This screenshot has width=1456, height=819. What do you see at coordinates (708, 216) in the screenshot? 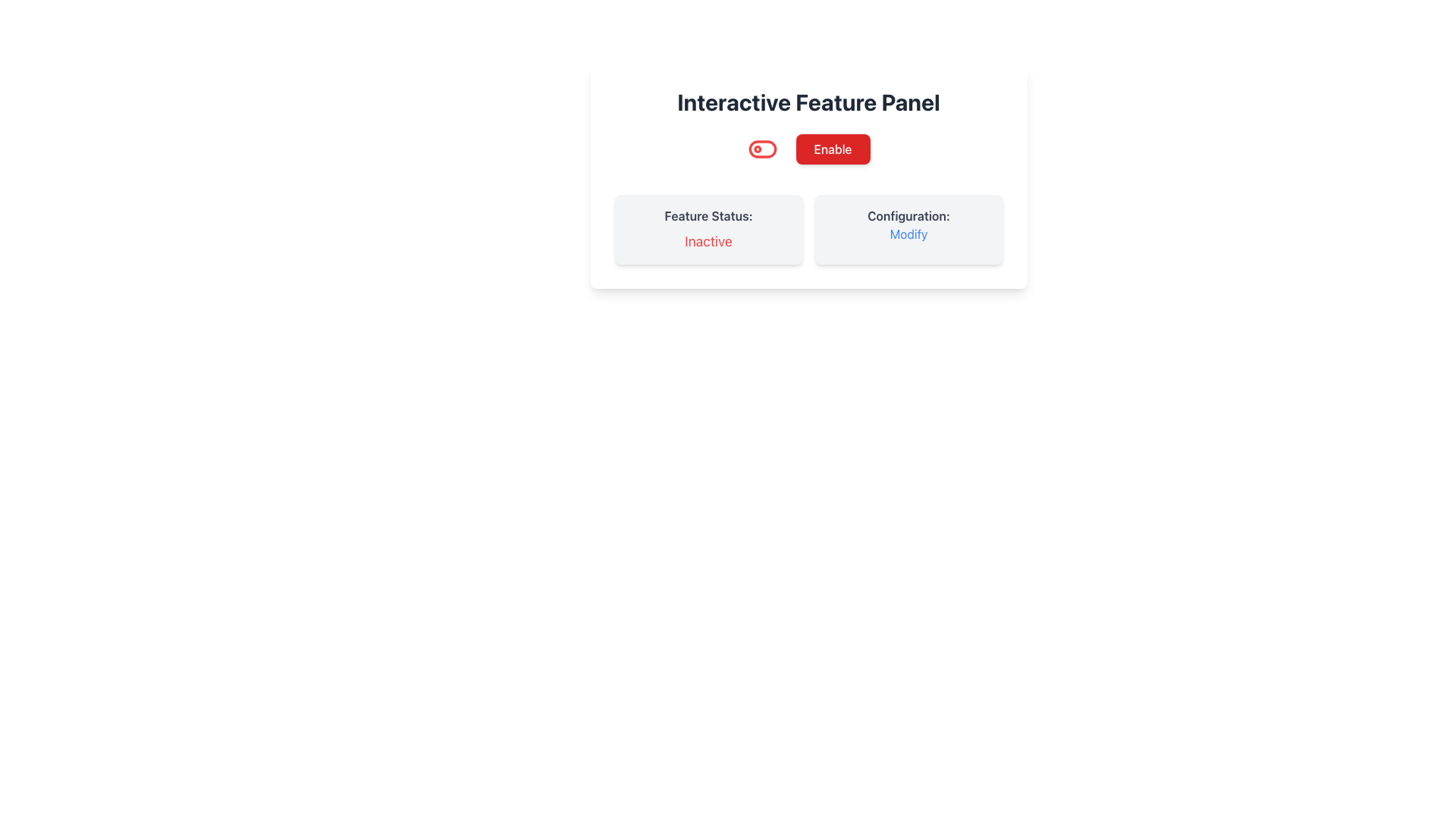
I see `the text label displaying 'Feature Status:' which is styled in bold medium-gray font on a lighter gray background` at bounding box center [708, 216].